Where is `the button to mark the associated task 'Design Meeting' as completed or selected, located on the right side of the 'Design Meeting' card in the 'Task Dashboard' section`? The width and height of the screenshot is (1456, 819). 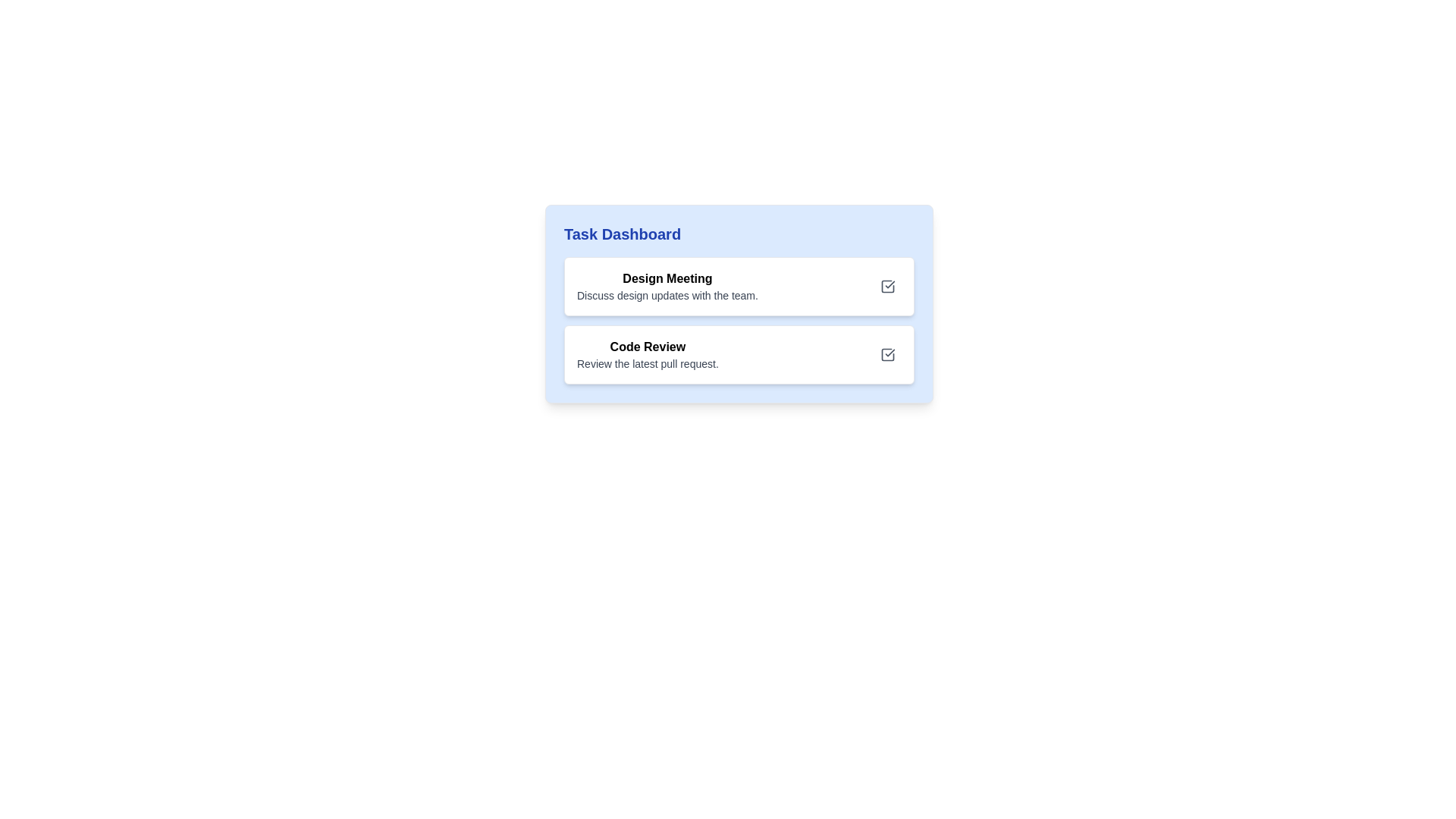
the button to mark the associated task 'Design Meeting' as completed or selected, located on the right side of the 'Design Meeting' card in the 'Task Dashboard' section is located at coordinates (888, 287).